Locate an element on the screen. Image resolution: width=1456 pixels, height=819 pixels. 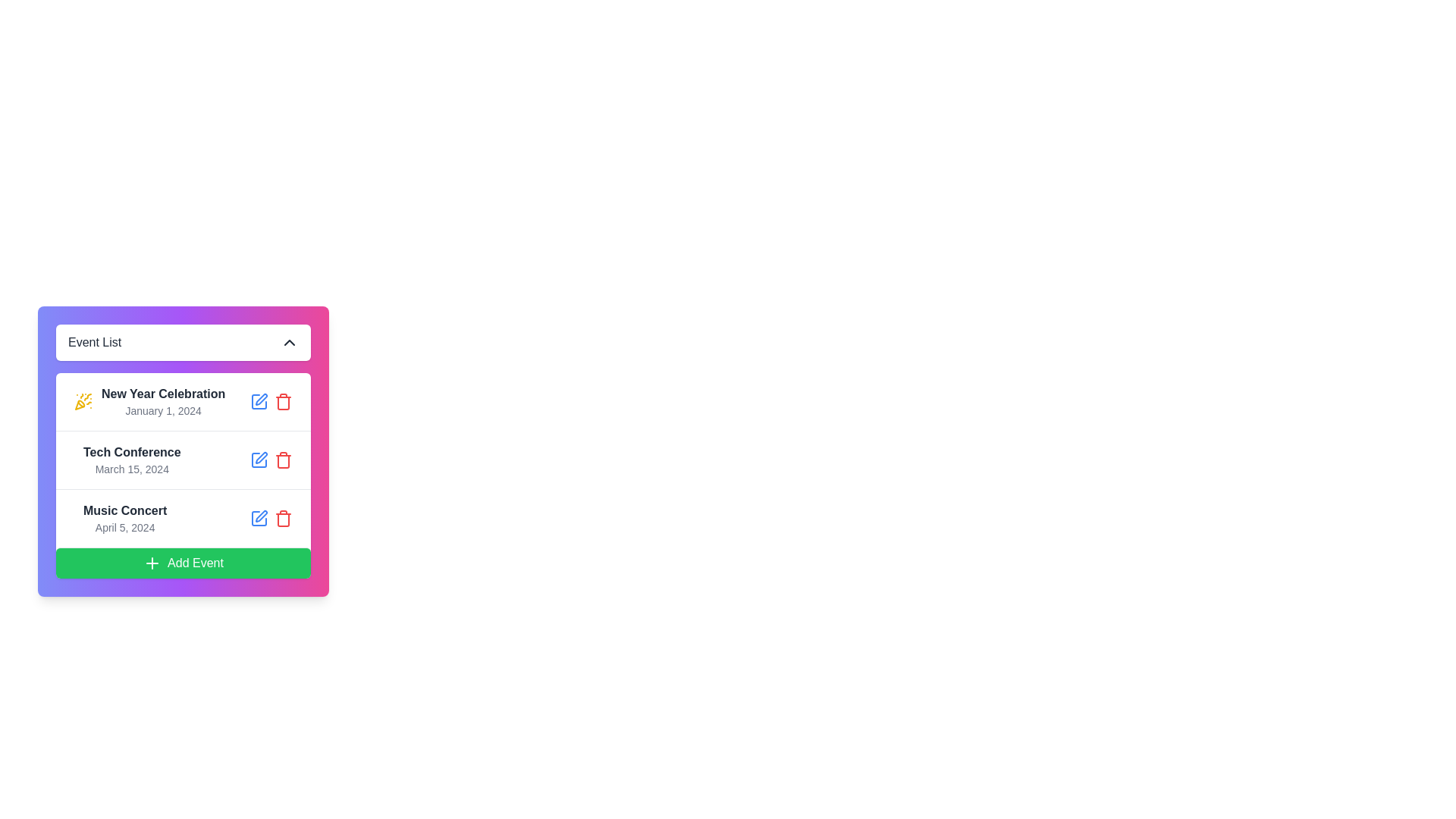
the third visible entry in the 'Event List' section that displays details about an event, specifically its name and date is located at coordinates (120, 517).